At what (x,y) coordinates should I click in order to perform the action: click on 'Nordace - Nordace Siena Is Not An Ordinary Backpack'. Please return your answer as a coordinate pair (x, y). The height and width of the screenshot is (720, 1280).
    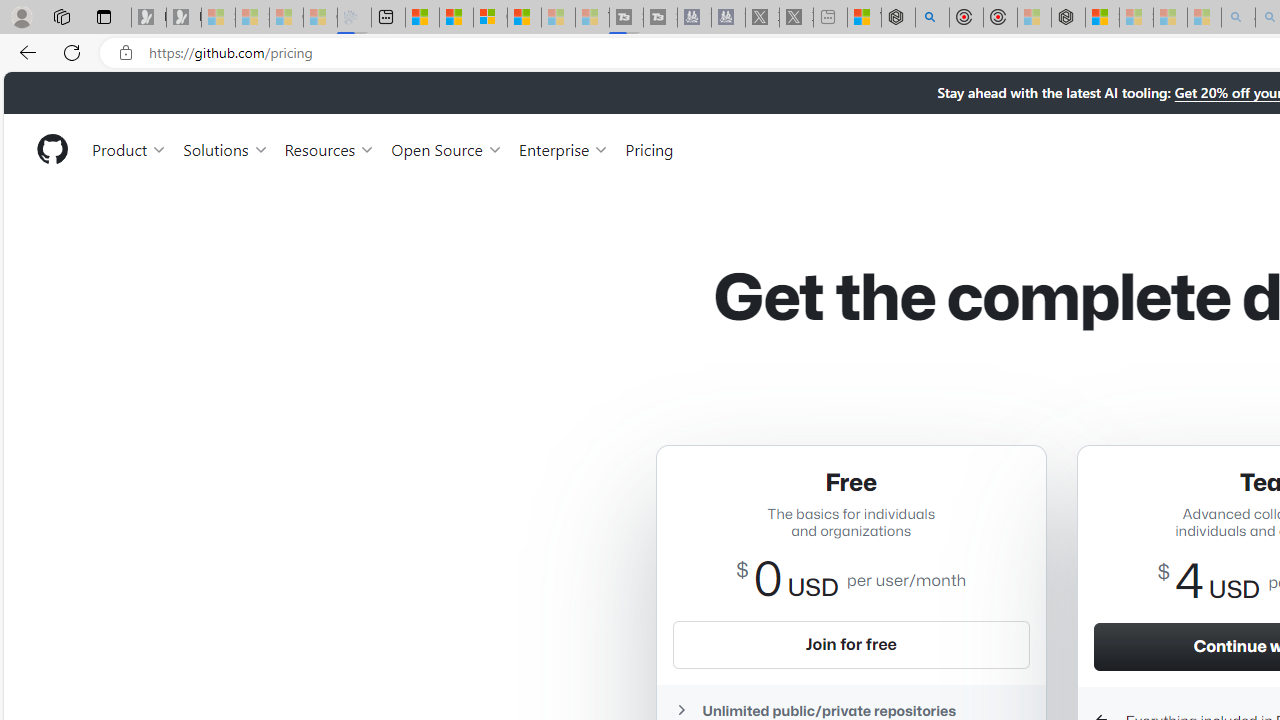
    Looking at the image, I should click on (1067, 17).